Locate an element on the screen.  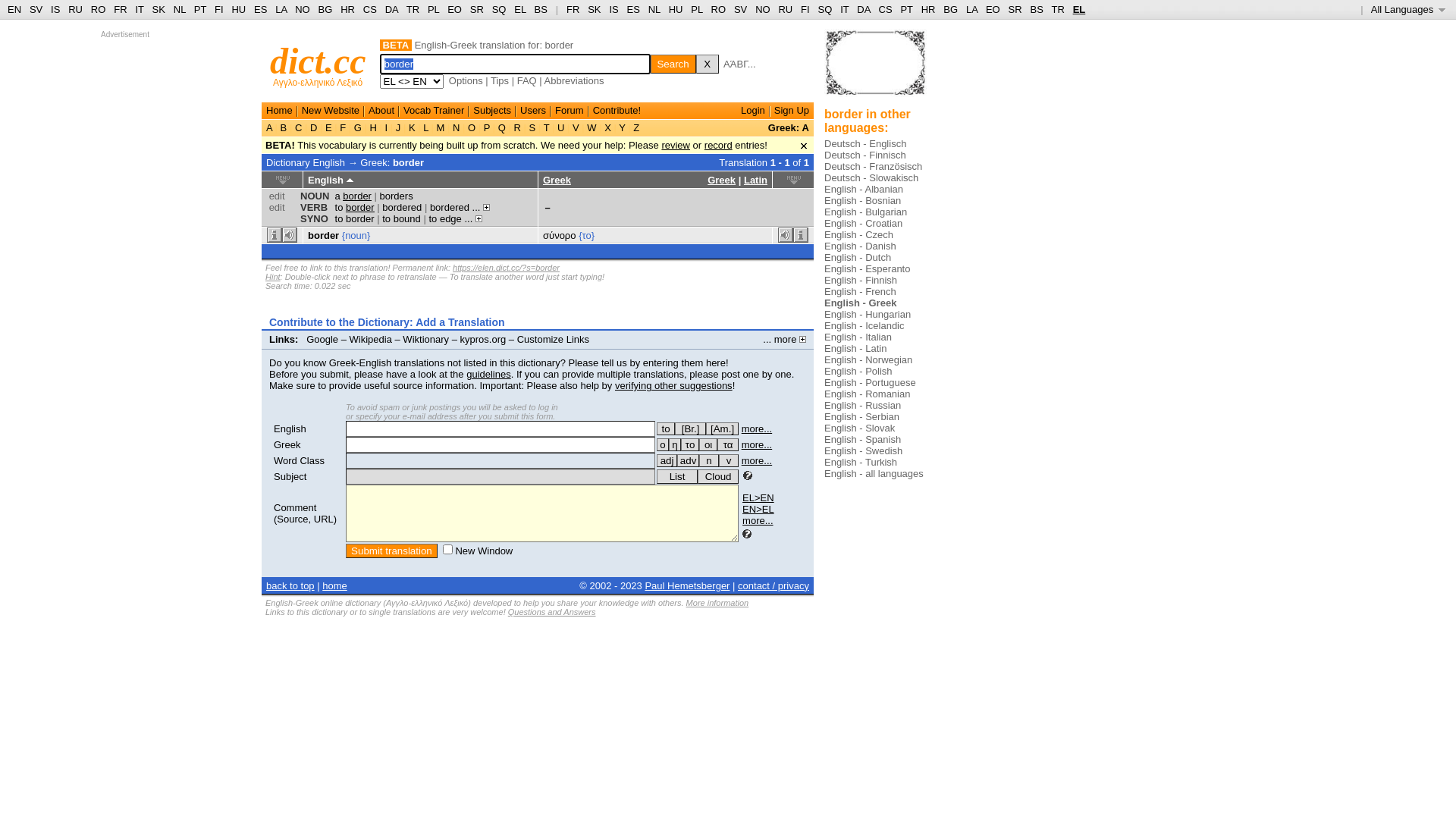
'D' is located at coordinates (306, 127).